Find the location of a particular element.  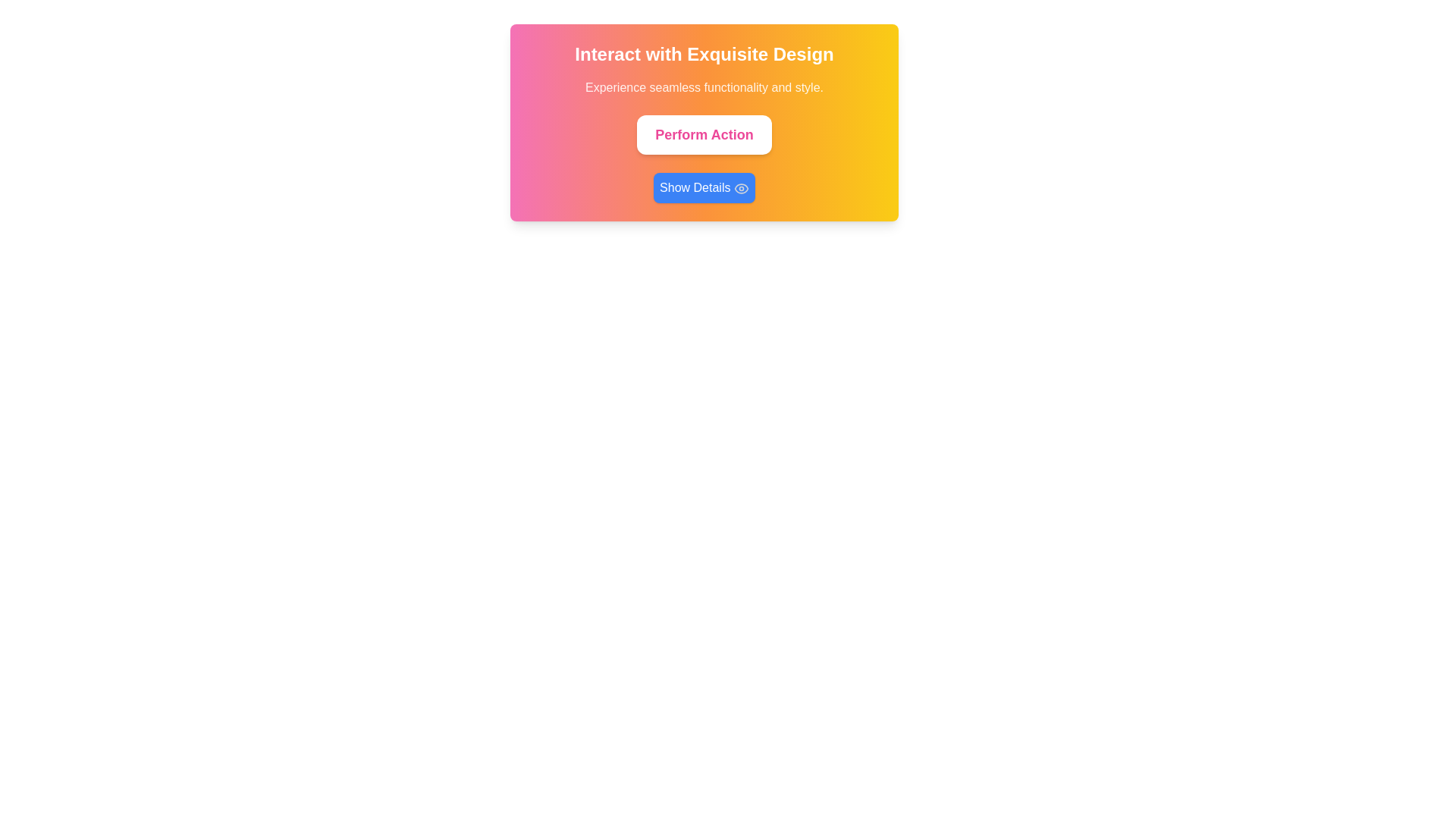

the title text element at the top center of the card, which indicates the purpose or theme of the section is located at coordinates (704, 54).